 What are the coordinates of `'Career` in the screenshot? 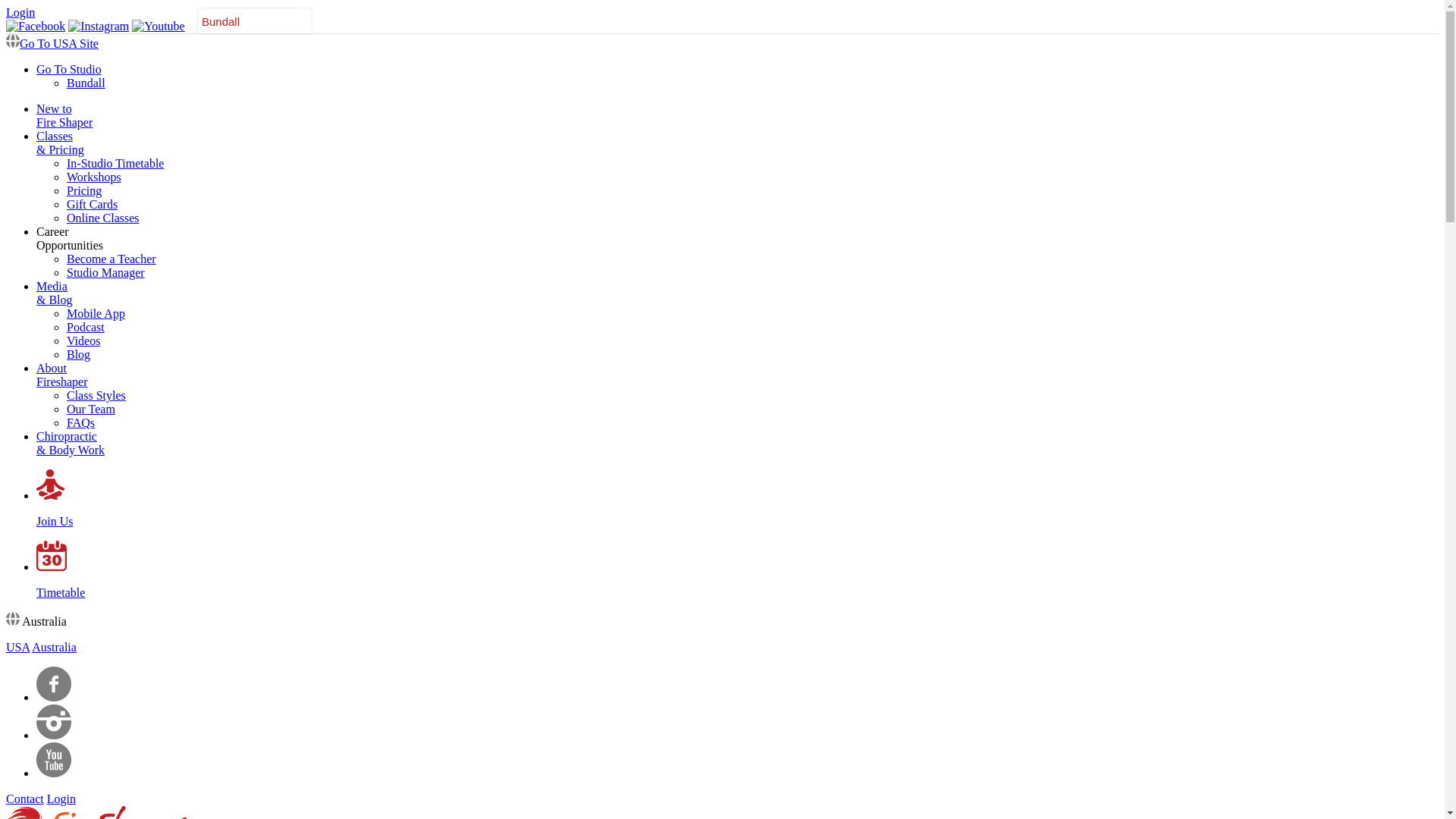 It's located at (68, 238).